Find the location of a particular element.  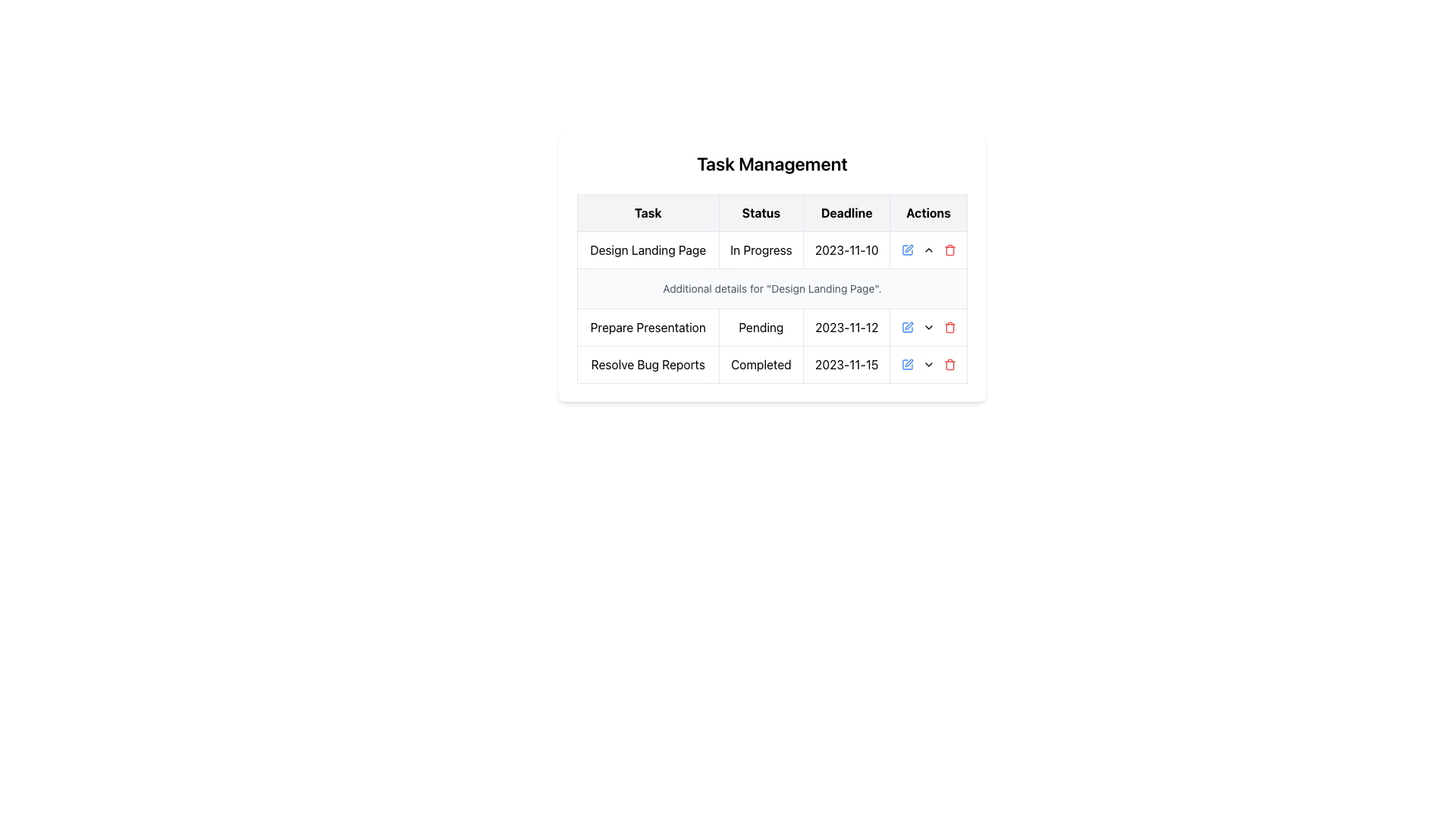

the text display box indicating the deadline date for the 'Design Landing Page' task, located in the third column of the first row under the 'Deadline' header is located at coordinates (846, 249).